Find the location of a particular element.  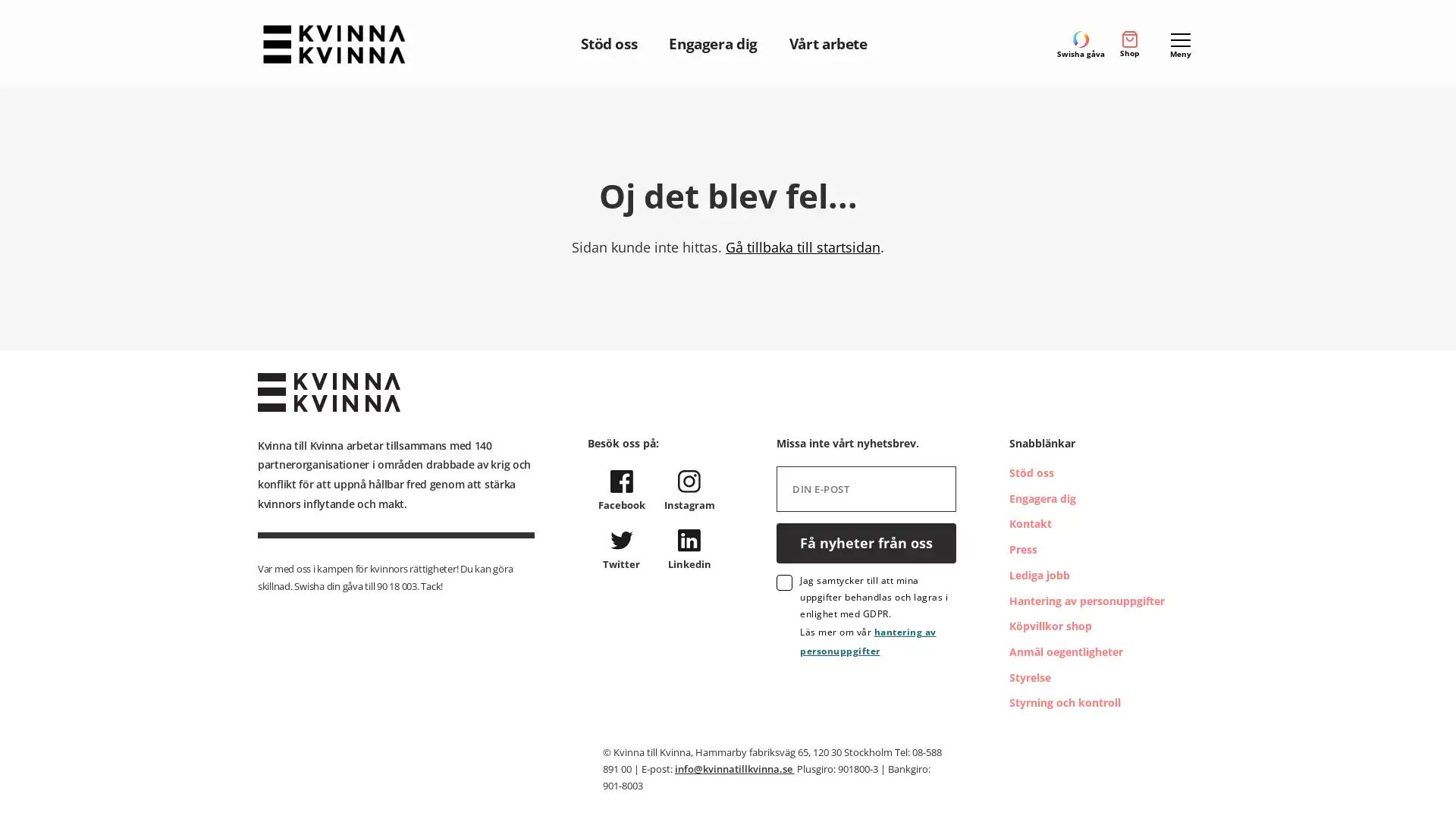

Fa nyheter fran oss is located at coordinates (866, 541).